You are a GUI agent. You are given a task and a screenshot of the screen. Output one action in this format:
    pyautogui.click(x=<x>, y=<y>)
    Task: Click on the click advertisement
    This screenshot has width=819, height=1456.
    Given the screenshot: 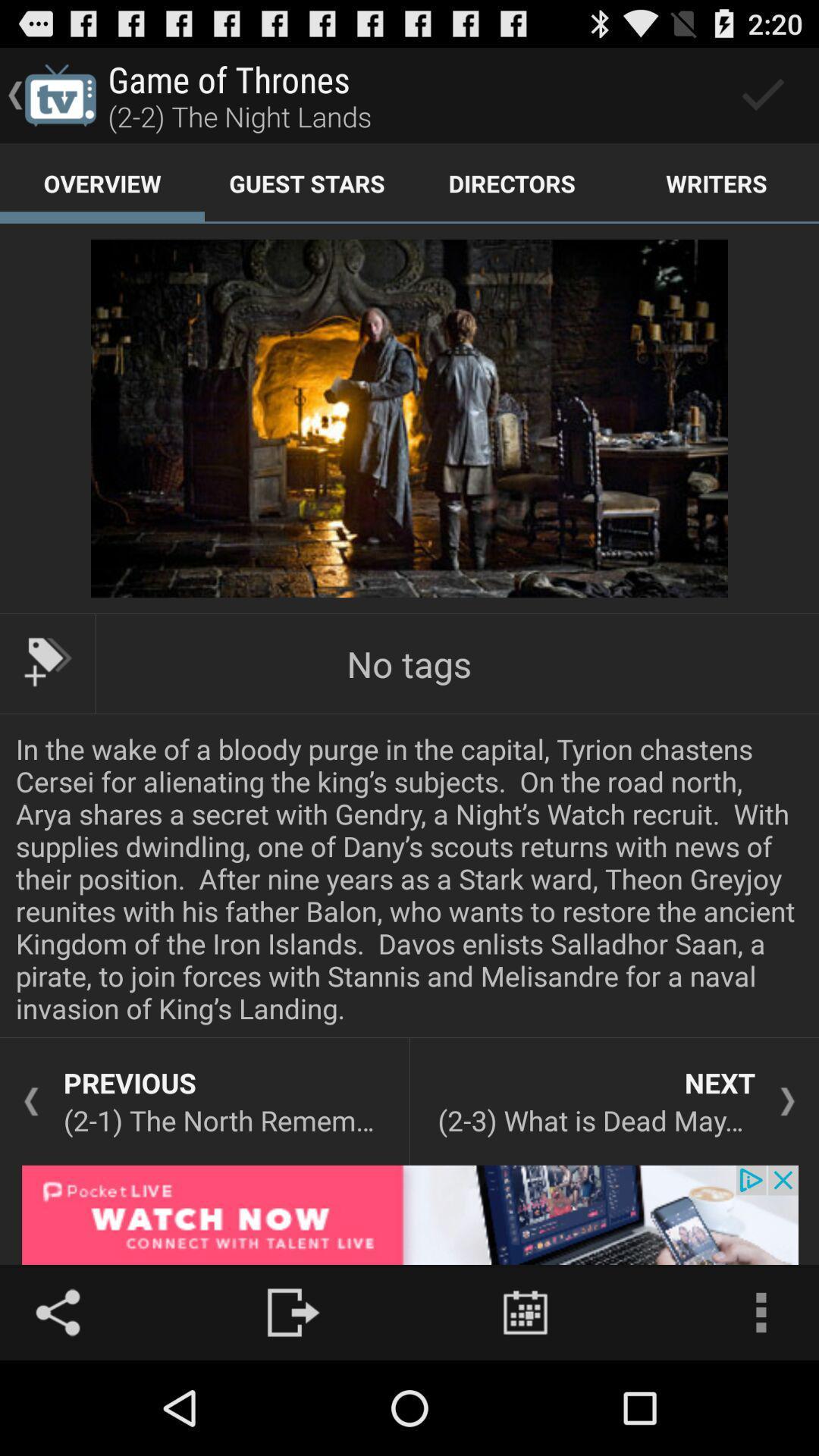 What is the action you would take?
    pyautogui.click(x=409, y=1215)
    